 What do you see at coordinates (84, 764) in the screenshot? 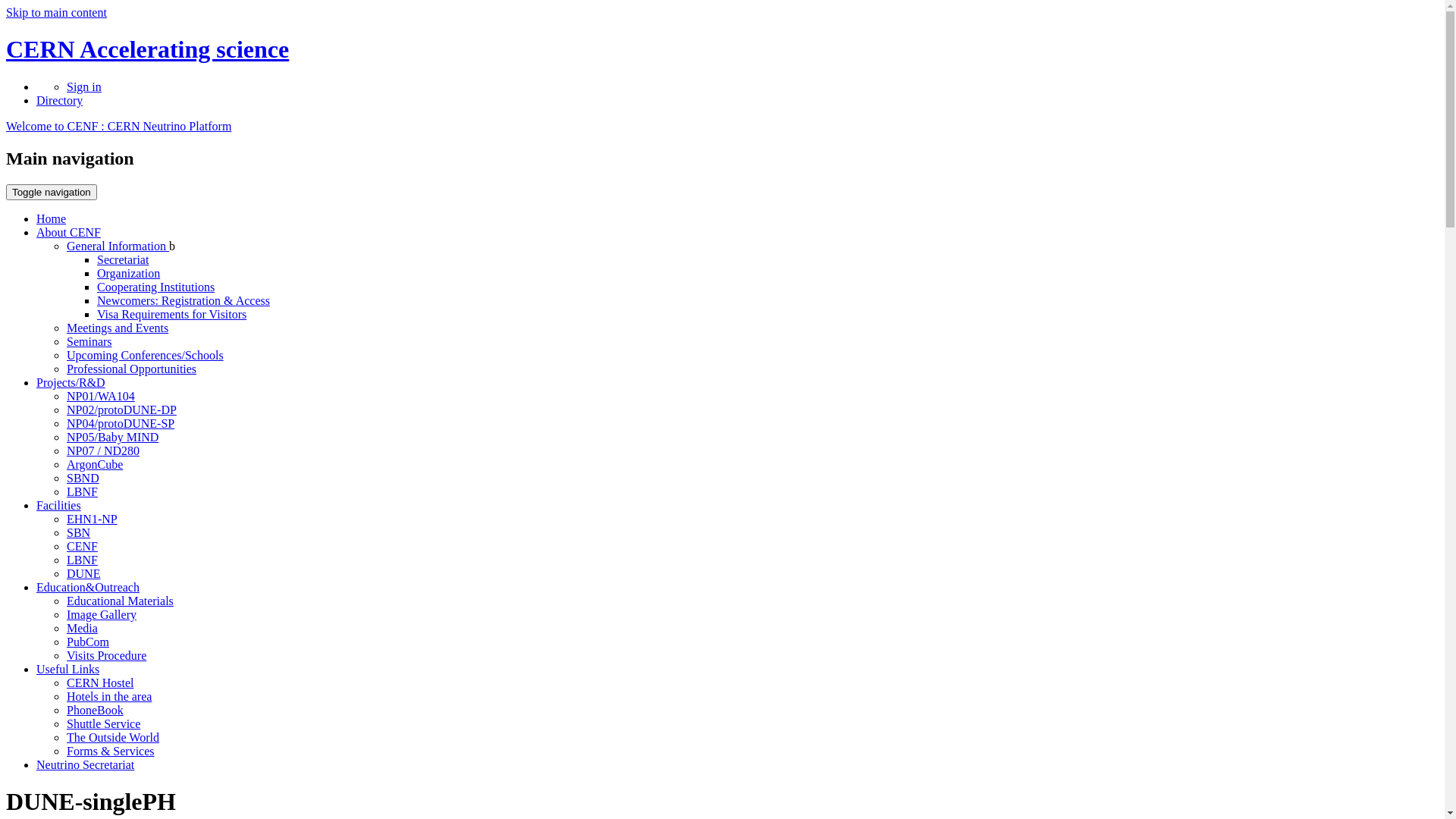
I see `'Neutrino Secretariat'` at bounding box center [84, 764].